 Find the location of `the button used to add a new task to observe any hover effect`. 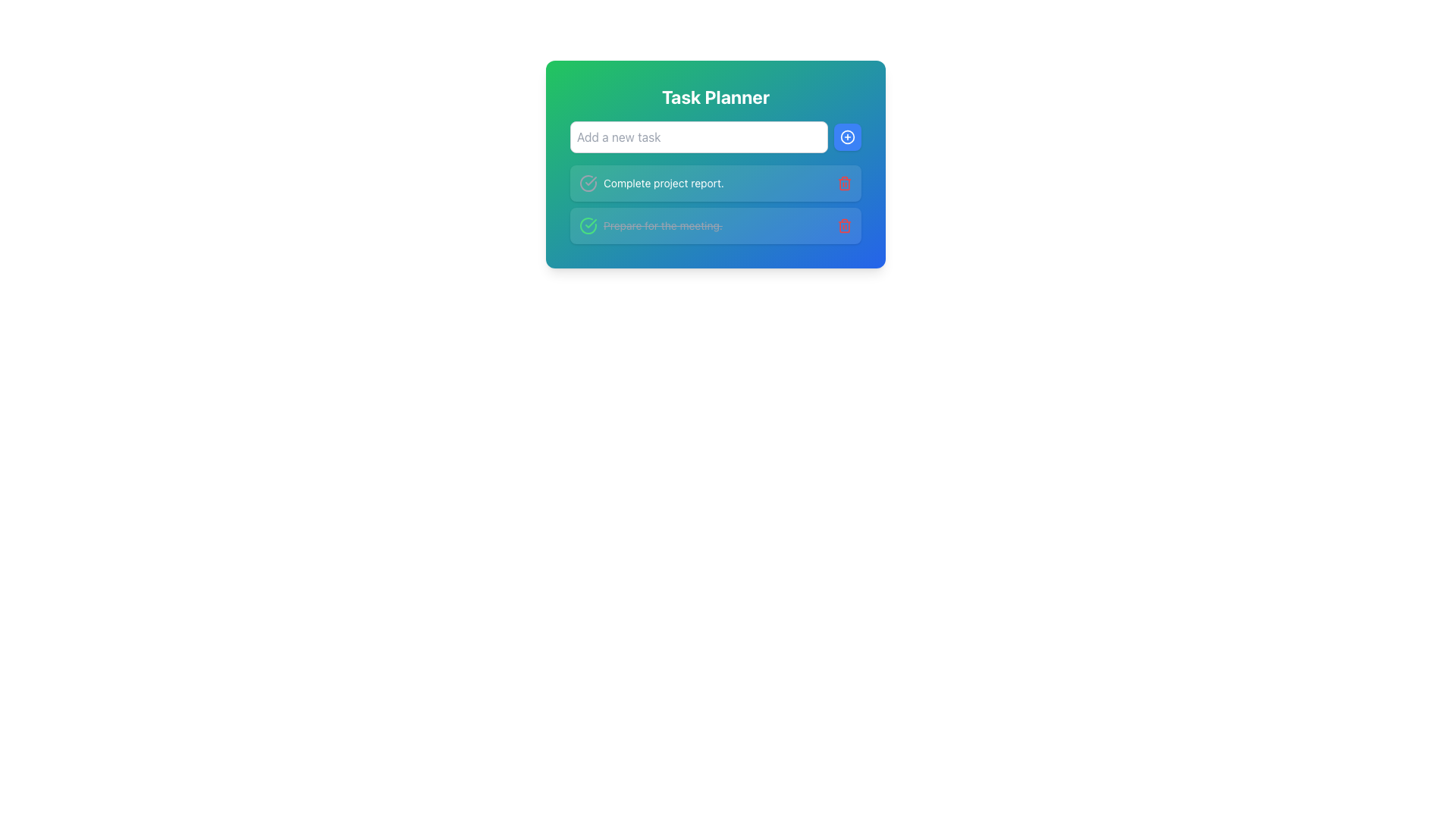

the button used to add a new task to observe any hover effect is located at coordinates (847, 137).